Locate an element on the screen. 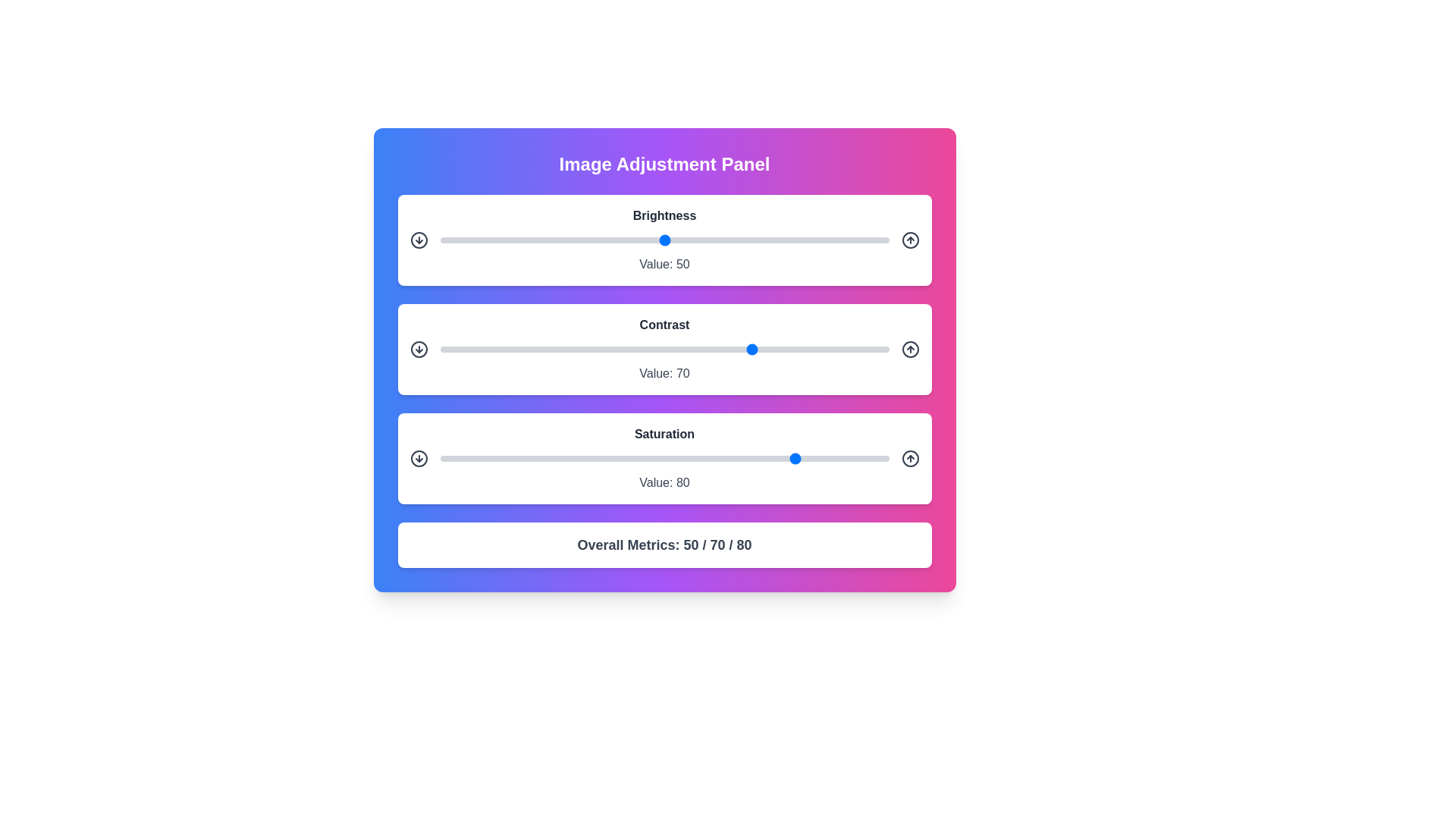 This screenshot has width=1456, height=819. brightness is located at coordinates (858, 239).